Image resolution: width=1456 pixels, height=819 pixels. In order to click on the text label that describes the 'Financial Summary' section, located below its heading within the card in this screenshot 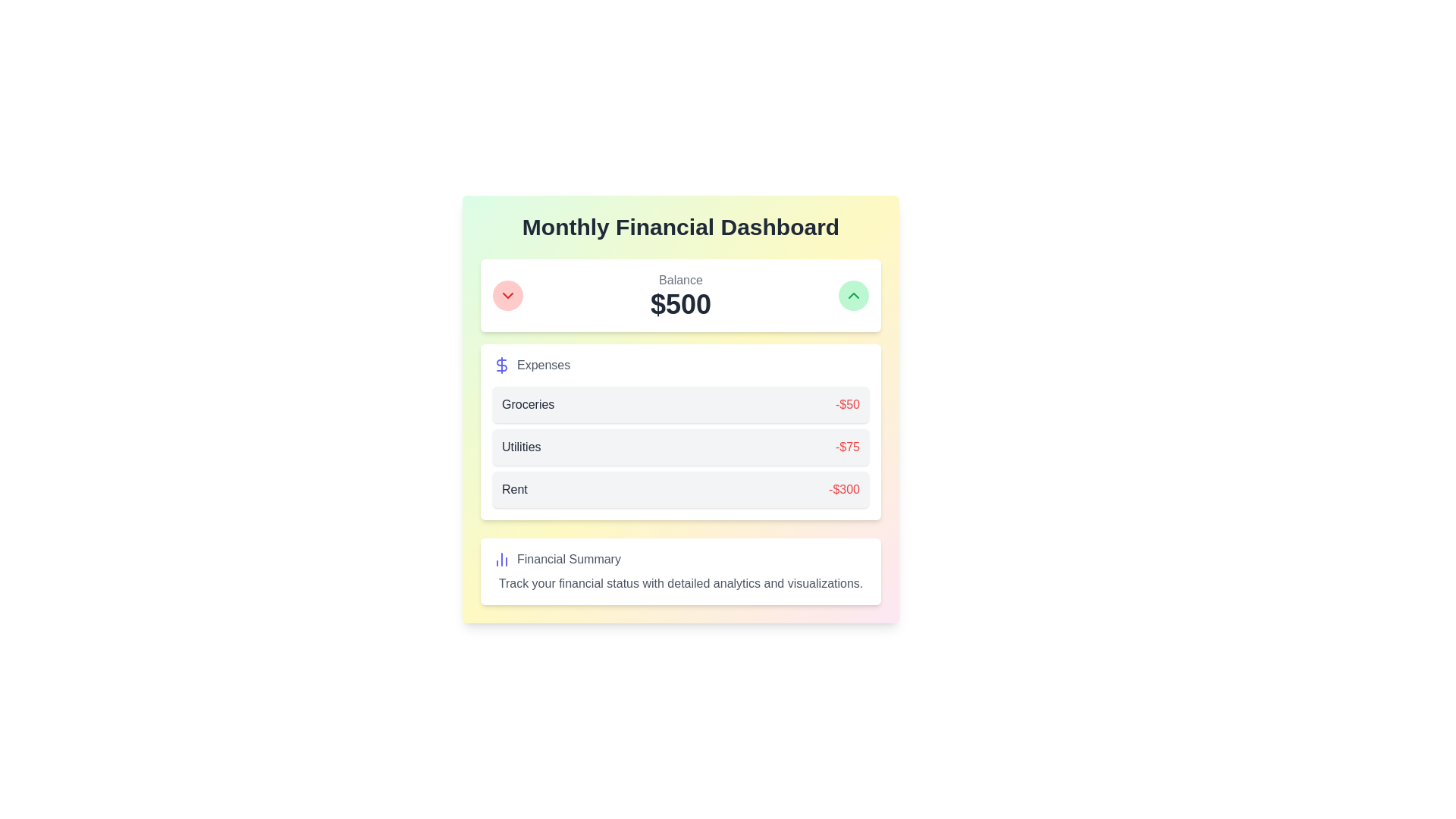, I will do `click(679, 583)`.